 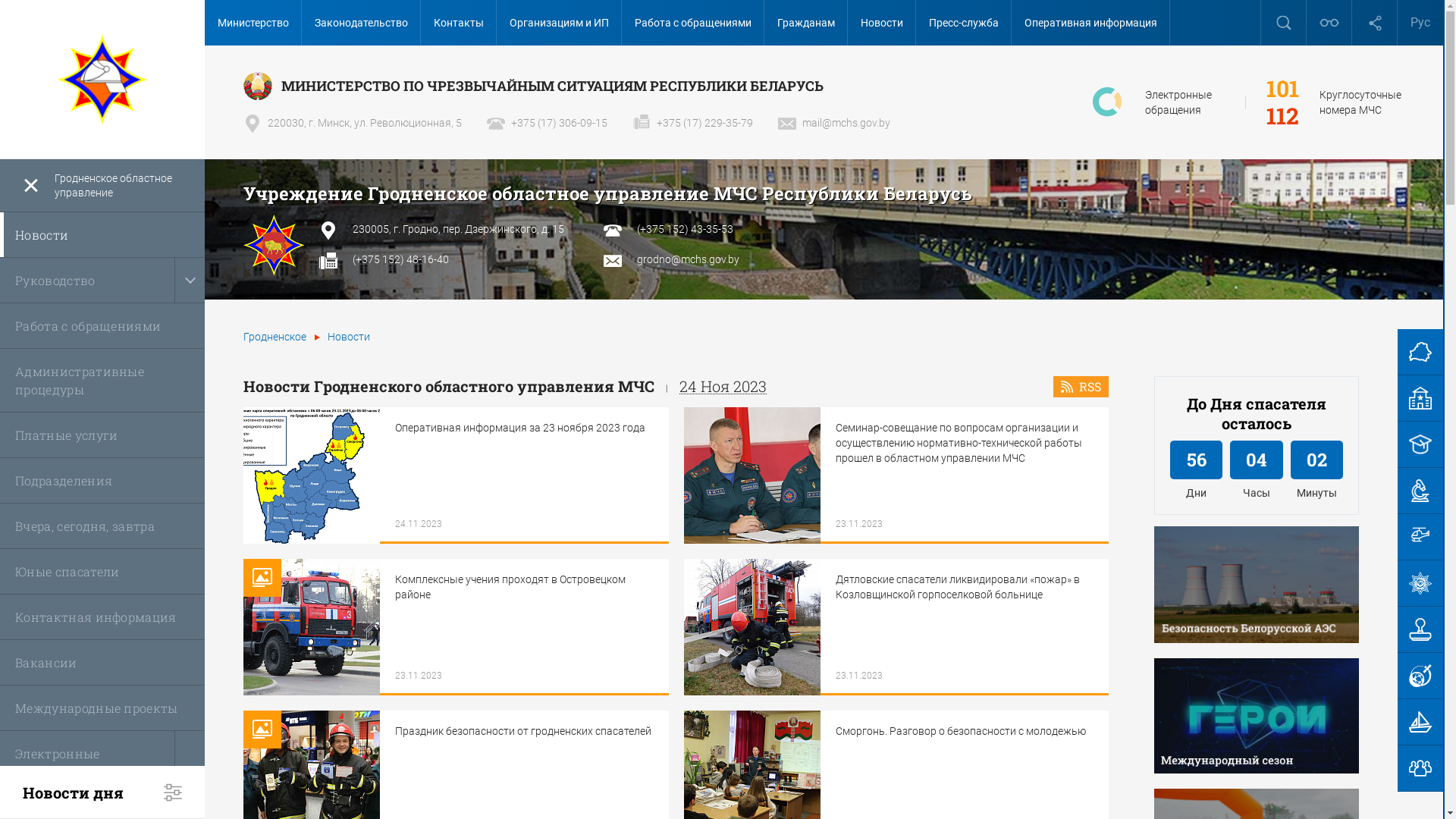 I want to click on '+375 (17) 306-09-15', so click(x=546, y=122).